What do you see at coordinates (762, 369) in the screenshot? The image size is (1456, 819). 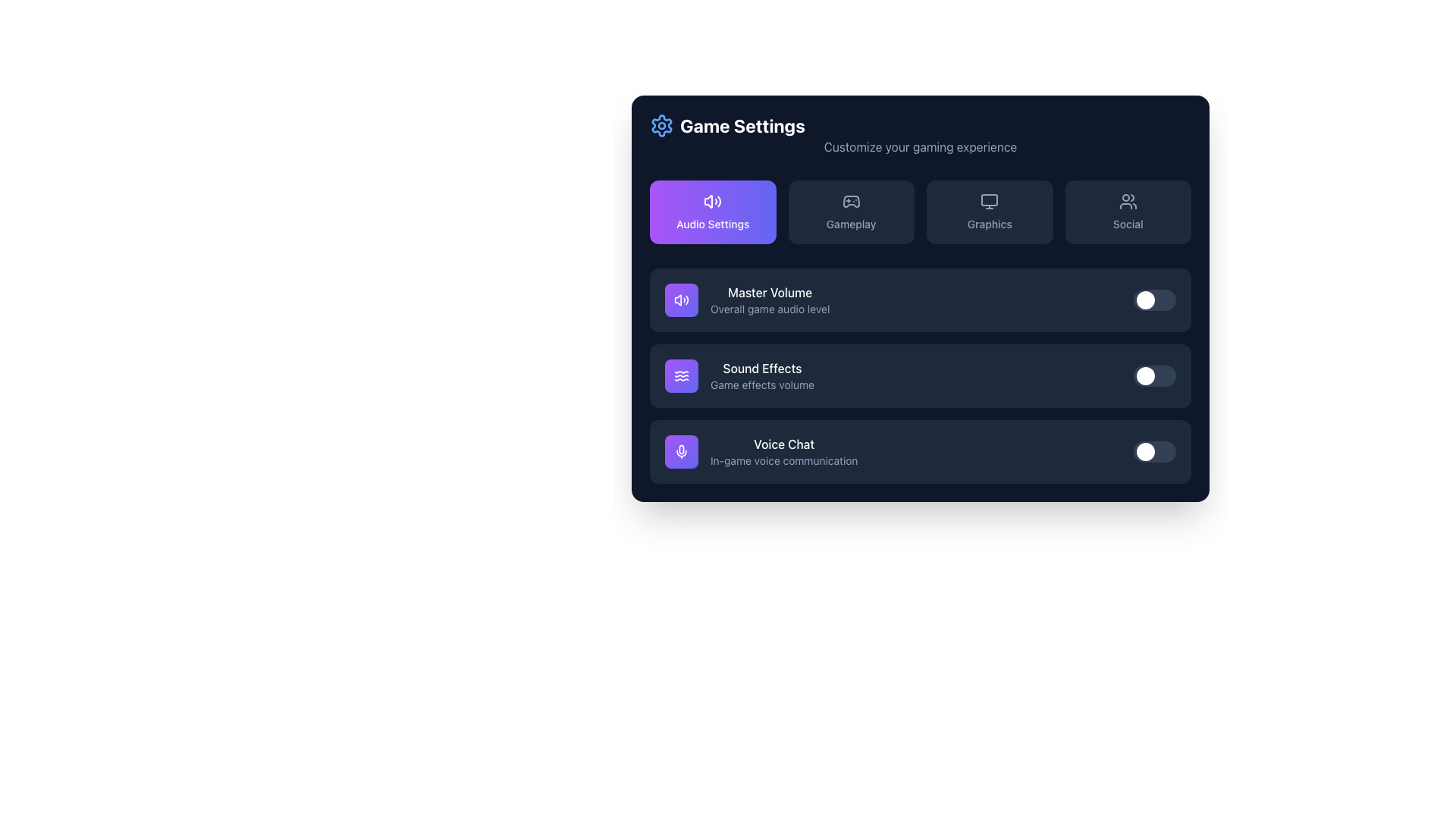 I see `the label indicating 'Sound Effects Volume'` at bounding box center [762, 369].